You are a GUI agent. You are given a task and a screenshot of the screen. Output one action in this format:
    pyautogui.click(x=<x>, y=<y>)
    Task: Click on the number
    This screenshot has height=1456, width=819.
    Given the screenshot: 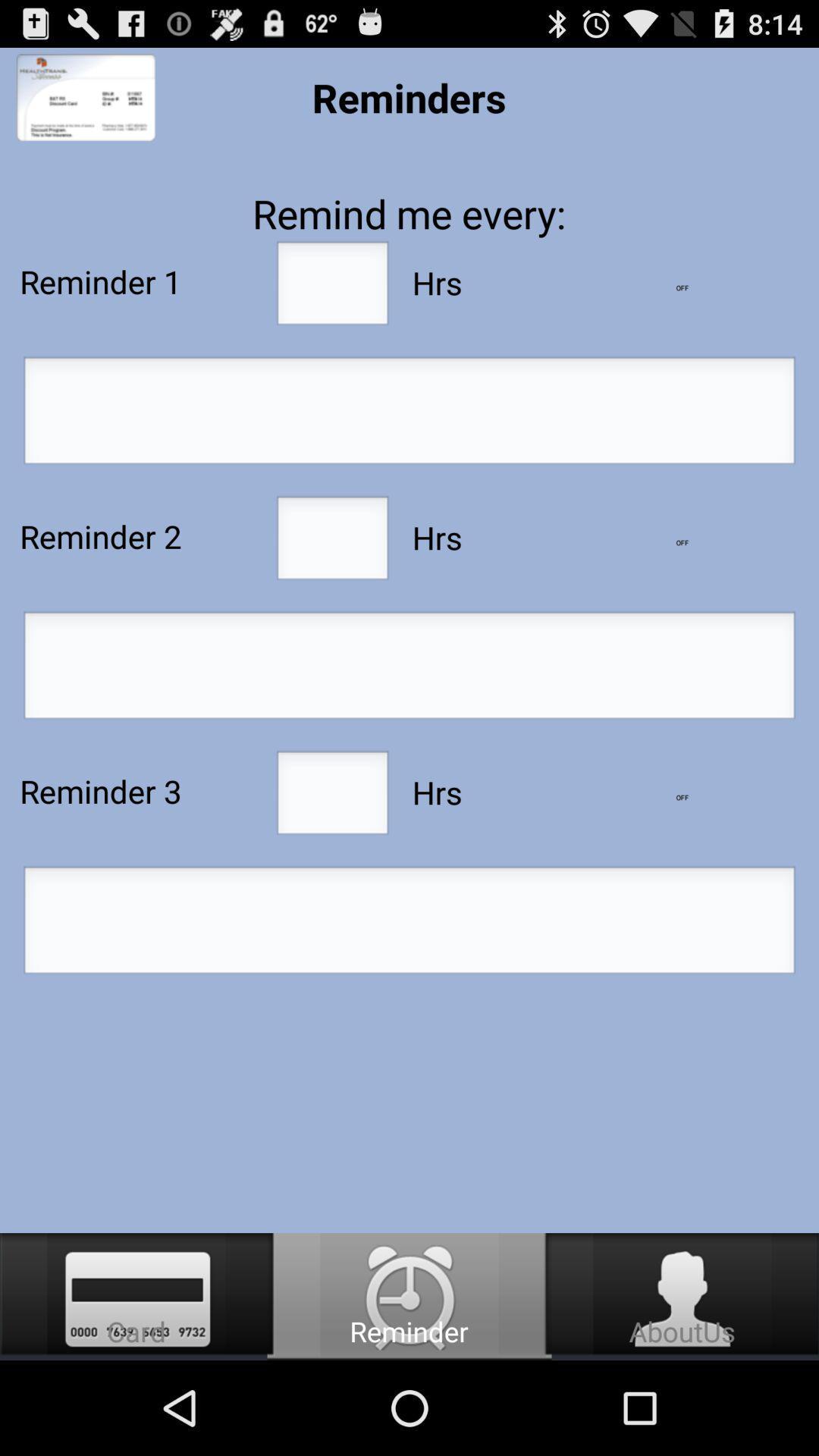 What is the action you would take?
    pyautogui.click(x=331, y=542)
    